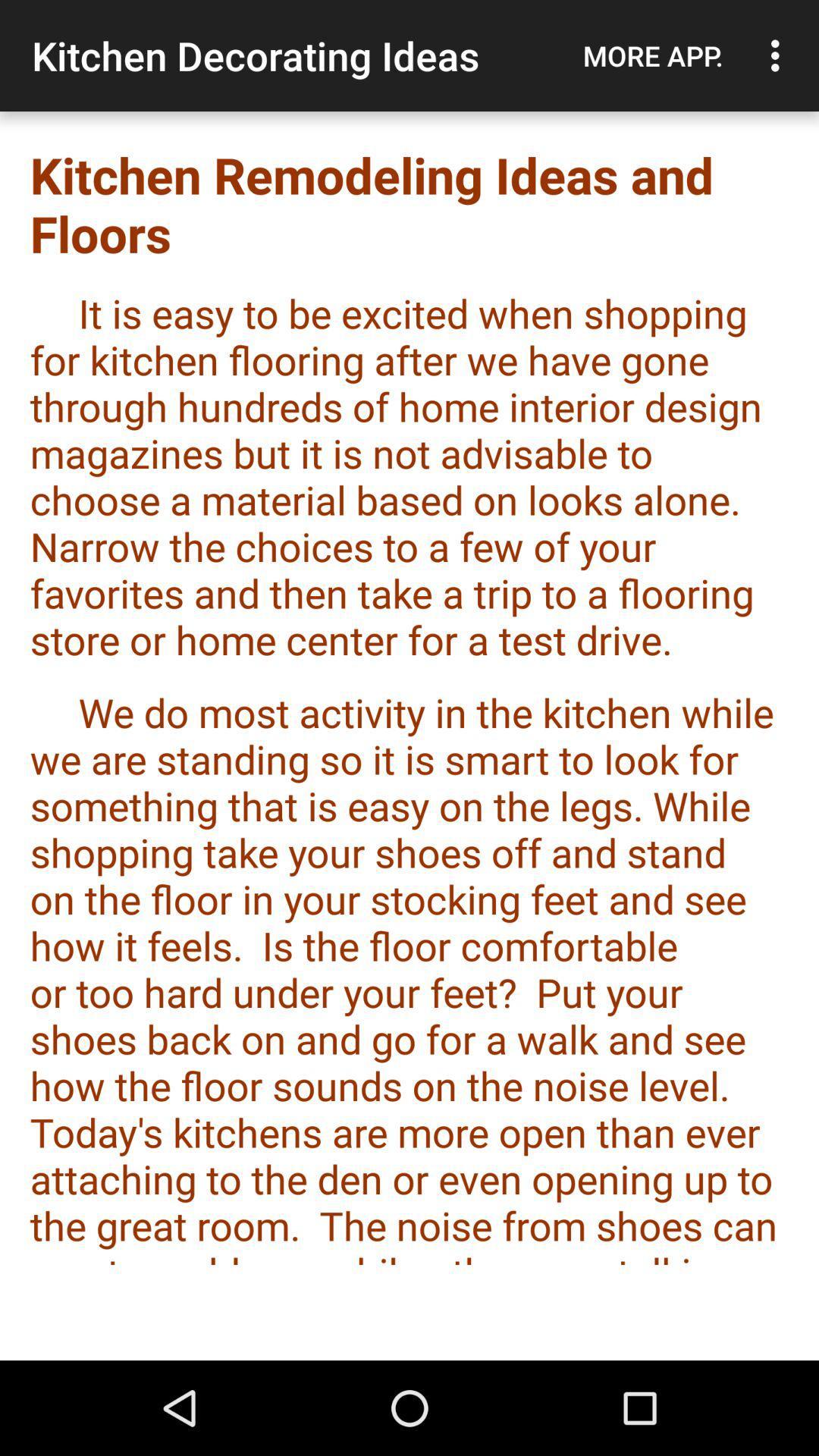 Image resolution: width=819 pixels, height=1456 pixels. What do you see at coordinates (652, 55) in the screenshot?
I see `more app.` at bounding box center [652, 55].